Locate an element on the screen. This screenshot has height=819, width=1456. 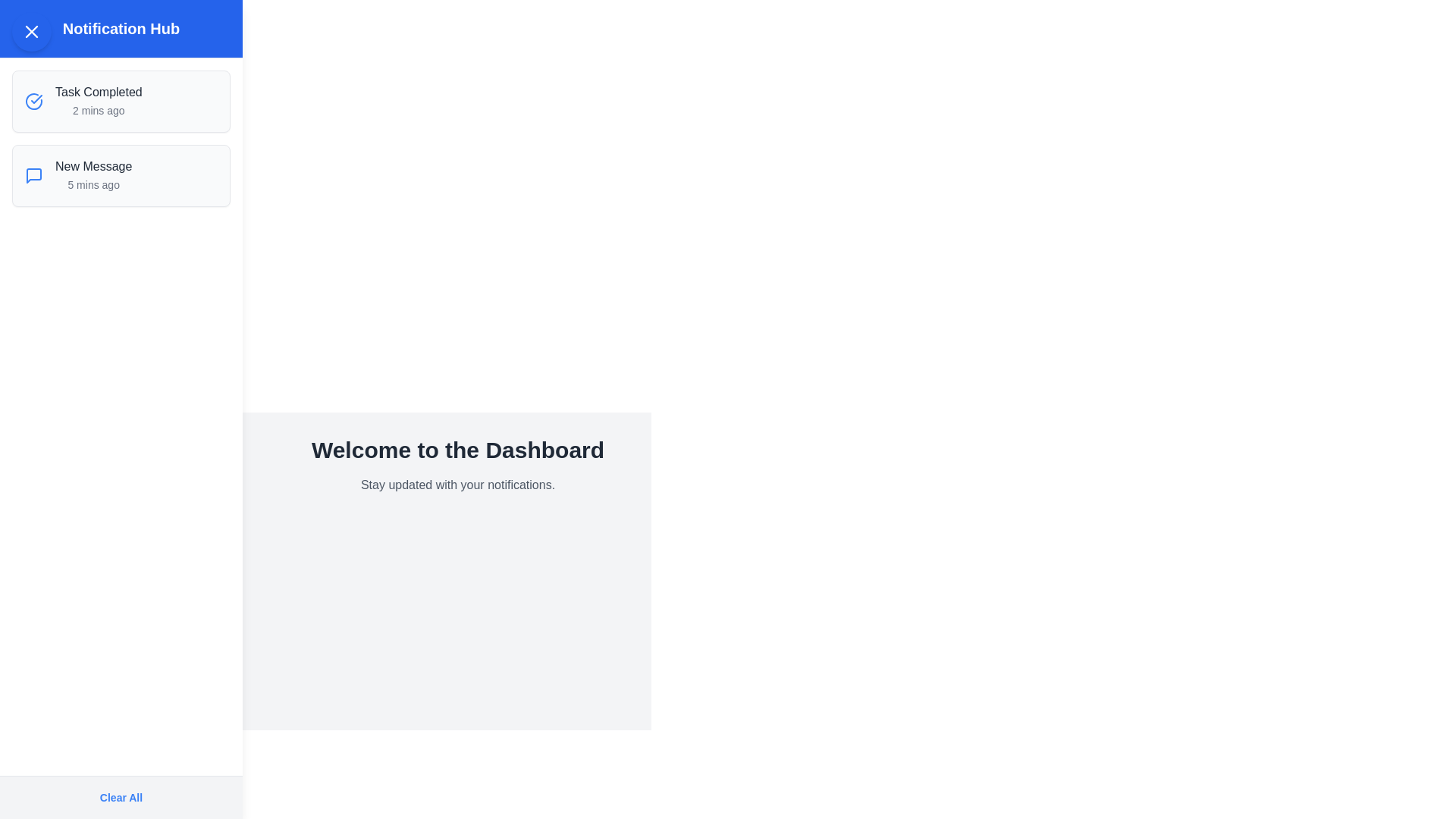
the completed task indicator icon located at the top-left corner of the notification list in the sidebar, which displays 'Task Completed' and '2 mins ago.' is located at coordinates (33, 102).